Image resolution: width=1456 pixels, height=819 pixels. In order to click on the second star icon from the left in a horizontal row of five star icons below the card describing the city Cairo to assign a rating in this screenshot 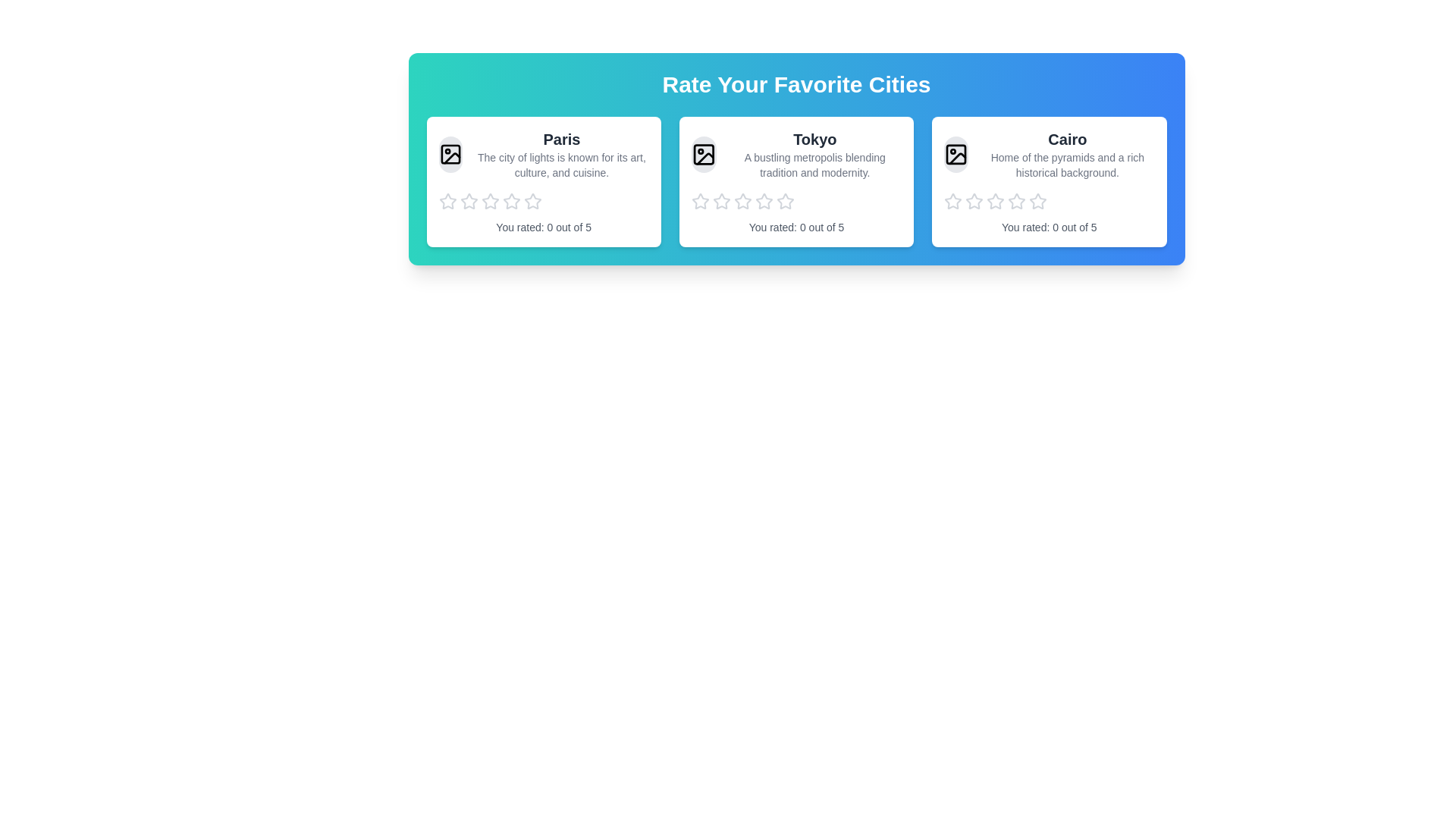, I will do `click(996, 200)`.